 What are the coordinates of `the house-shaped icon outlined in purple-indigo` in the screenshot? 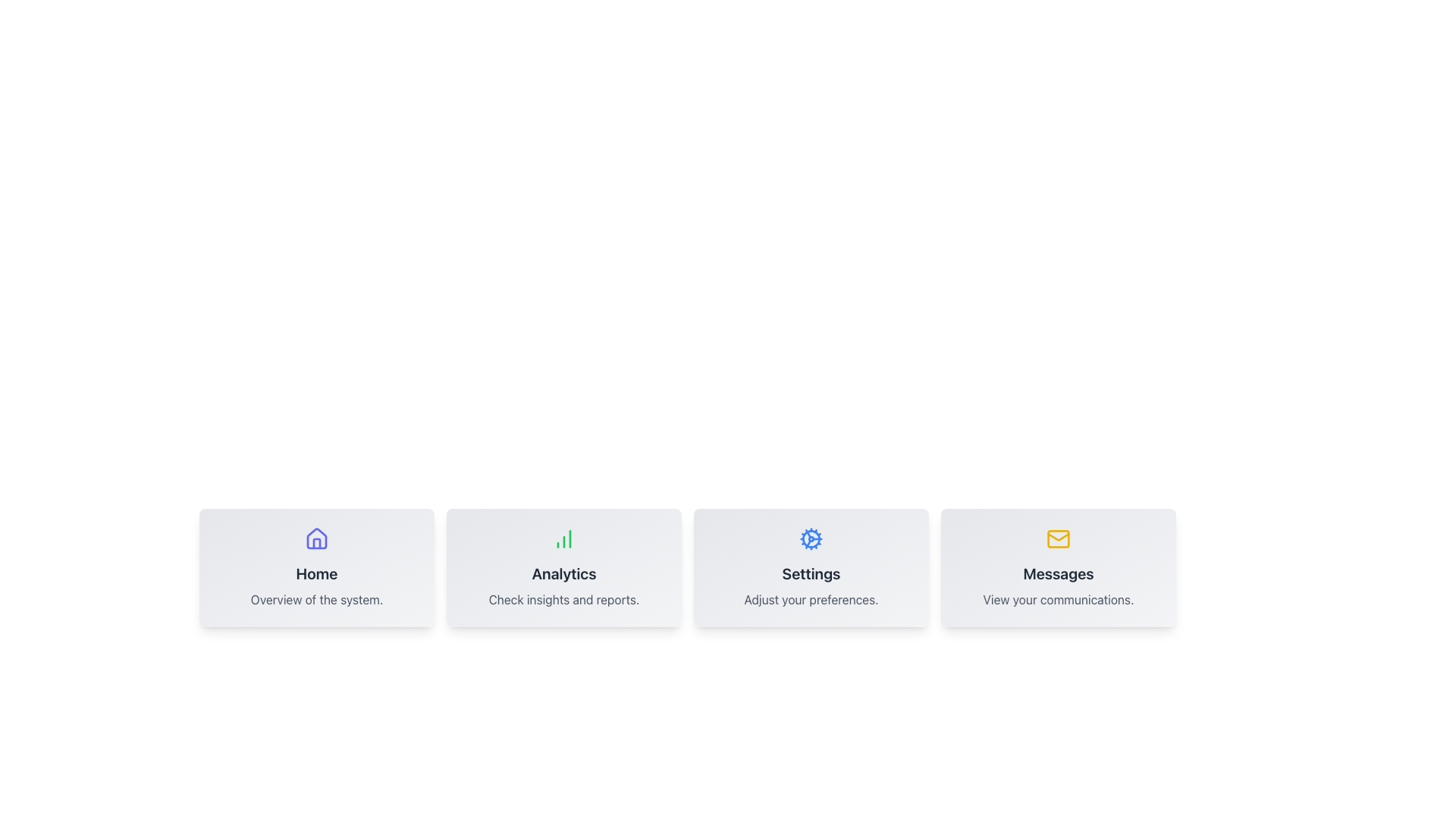 It's located at (315, 538).